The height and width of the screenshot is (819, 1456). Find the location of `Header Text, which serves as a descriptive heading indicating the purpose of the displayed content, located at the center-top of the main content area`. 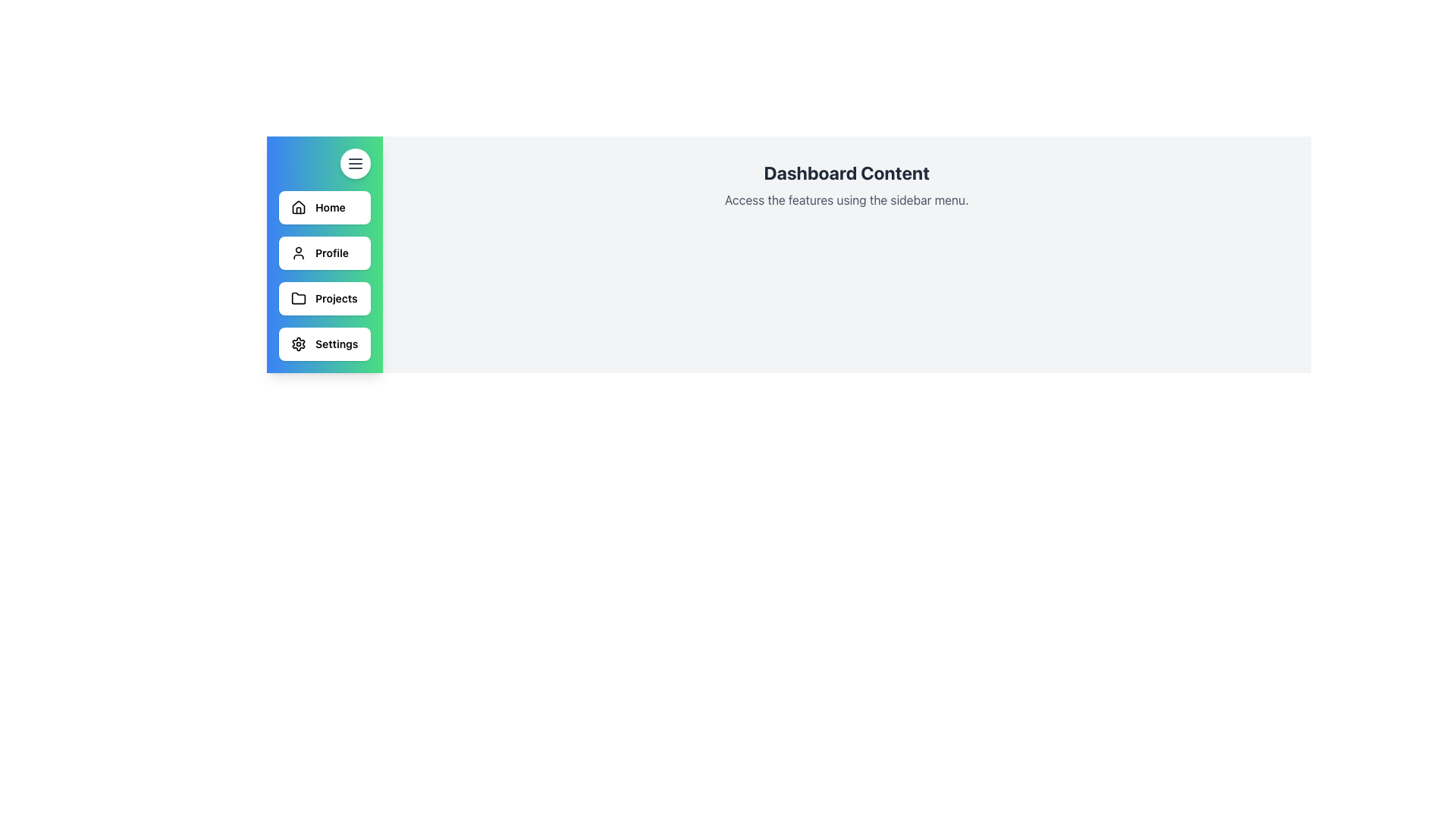

Header Text, which serves as a descriptive heading indicating the purpose of the displayed content, located at the center-top of the main content area is located at coordinates (846, 171).